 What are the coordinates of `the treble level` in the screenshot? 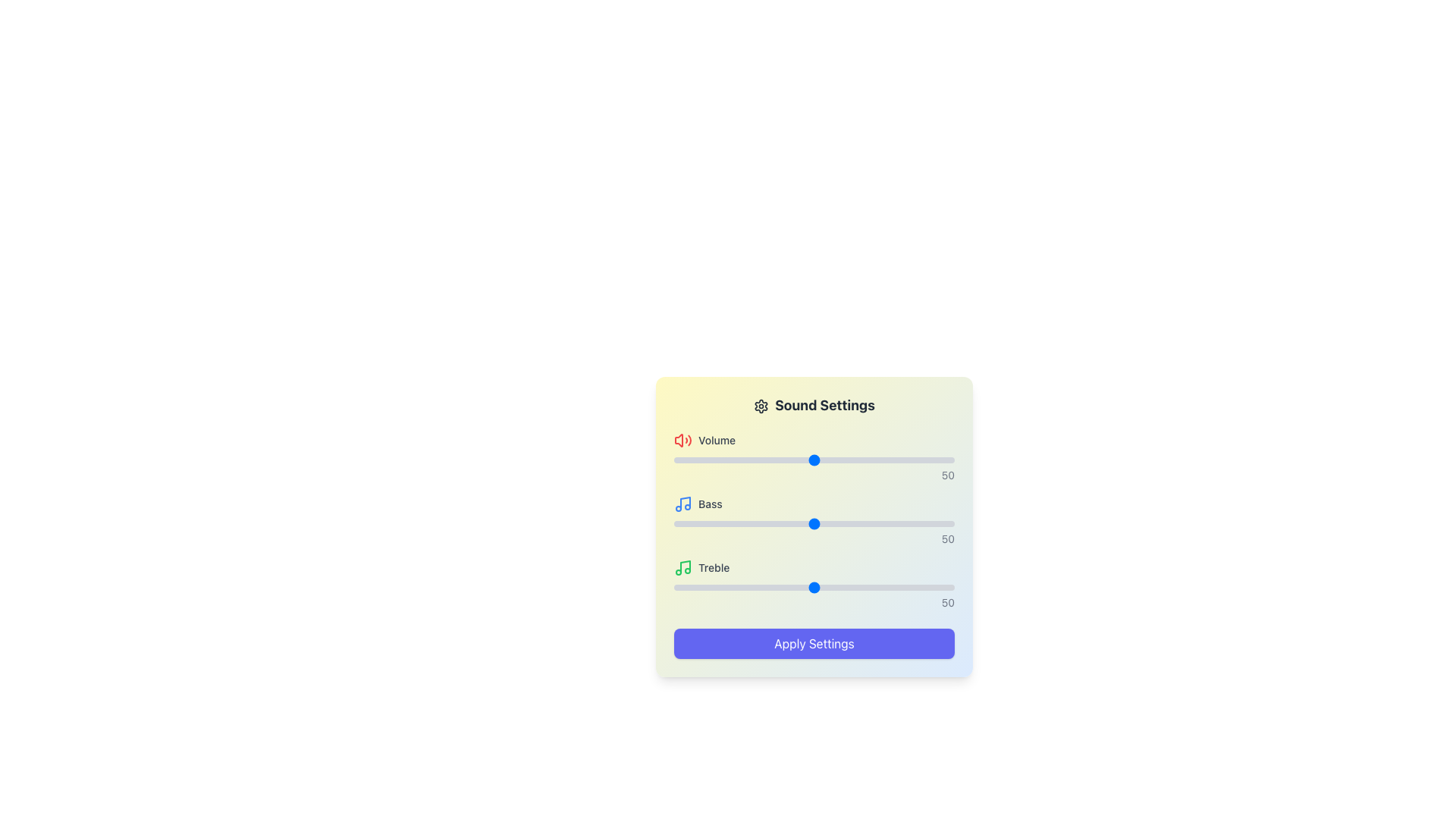 It's located at (673, 587).